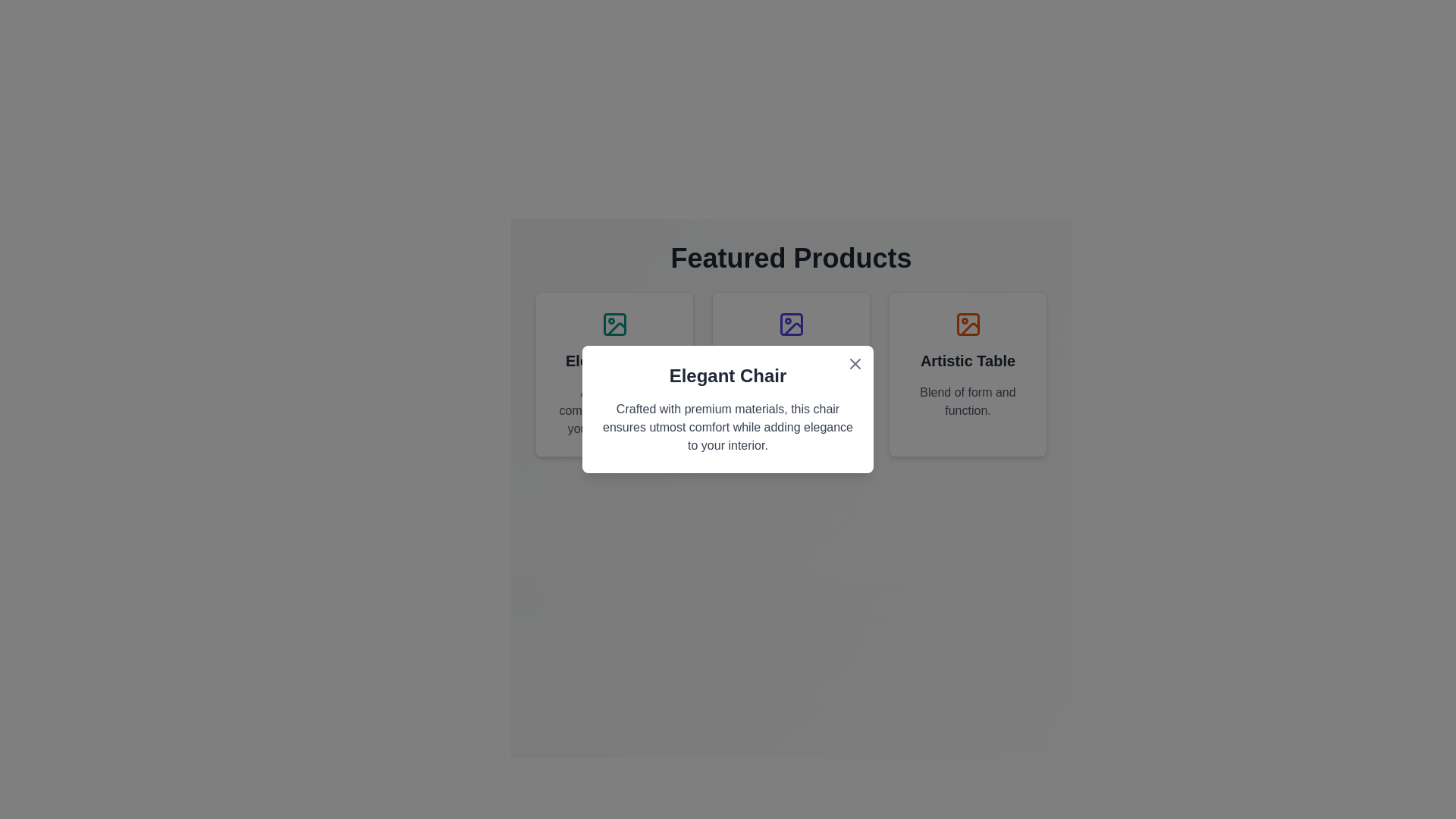  I want to click on the close button icon located at the top-right corner of the modal window adjacent to the title 'Elegant Chair', so click(855, 363).